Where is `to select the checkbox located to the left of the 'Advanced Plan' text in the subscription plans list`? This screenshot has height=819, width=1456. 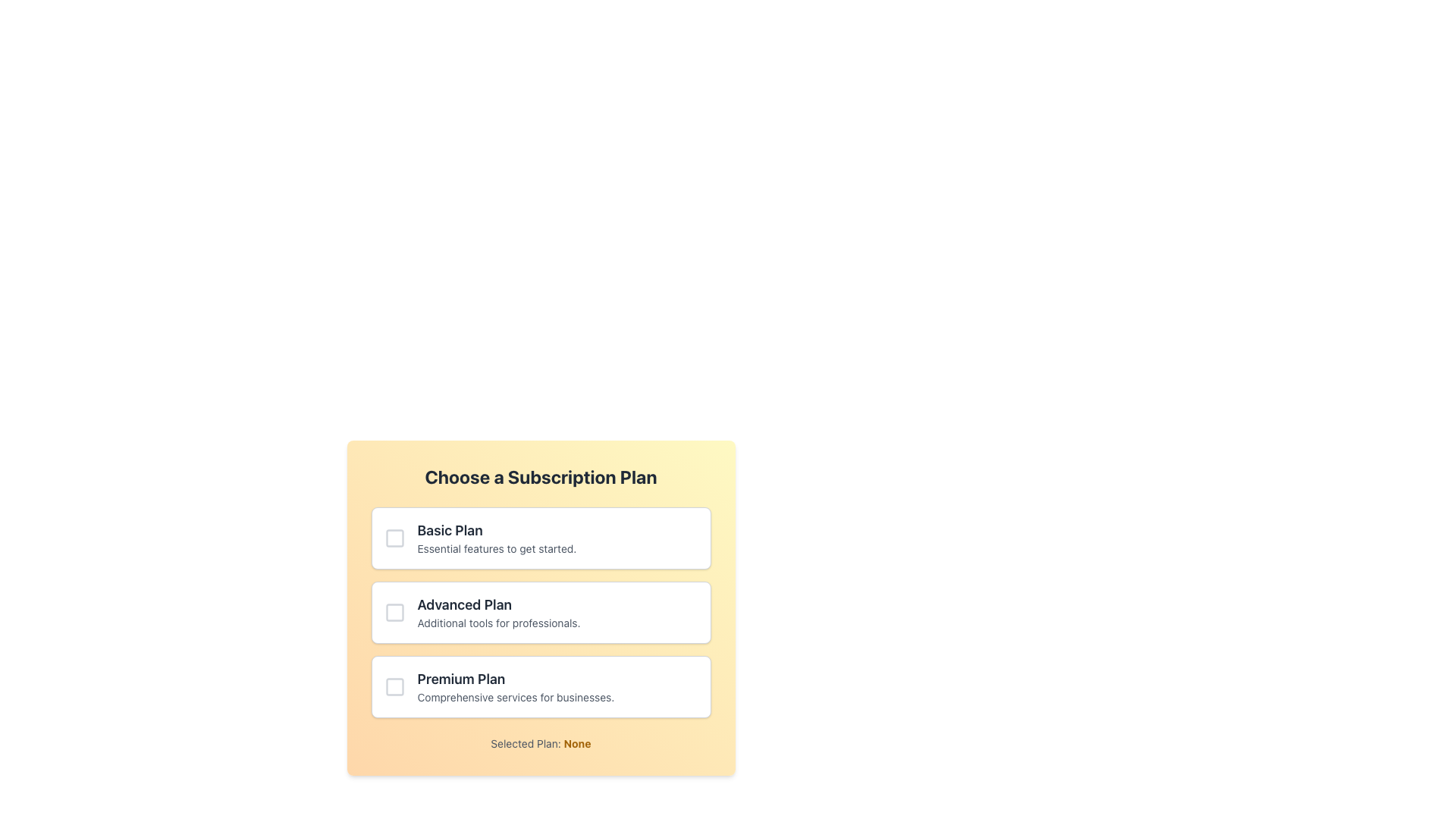 to select the checkbox located to the left of the 'Advanced Plan' text in the subscription plans list is located at coordinates (394, 611).